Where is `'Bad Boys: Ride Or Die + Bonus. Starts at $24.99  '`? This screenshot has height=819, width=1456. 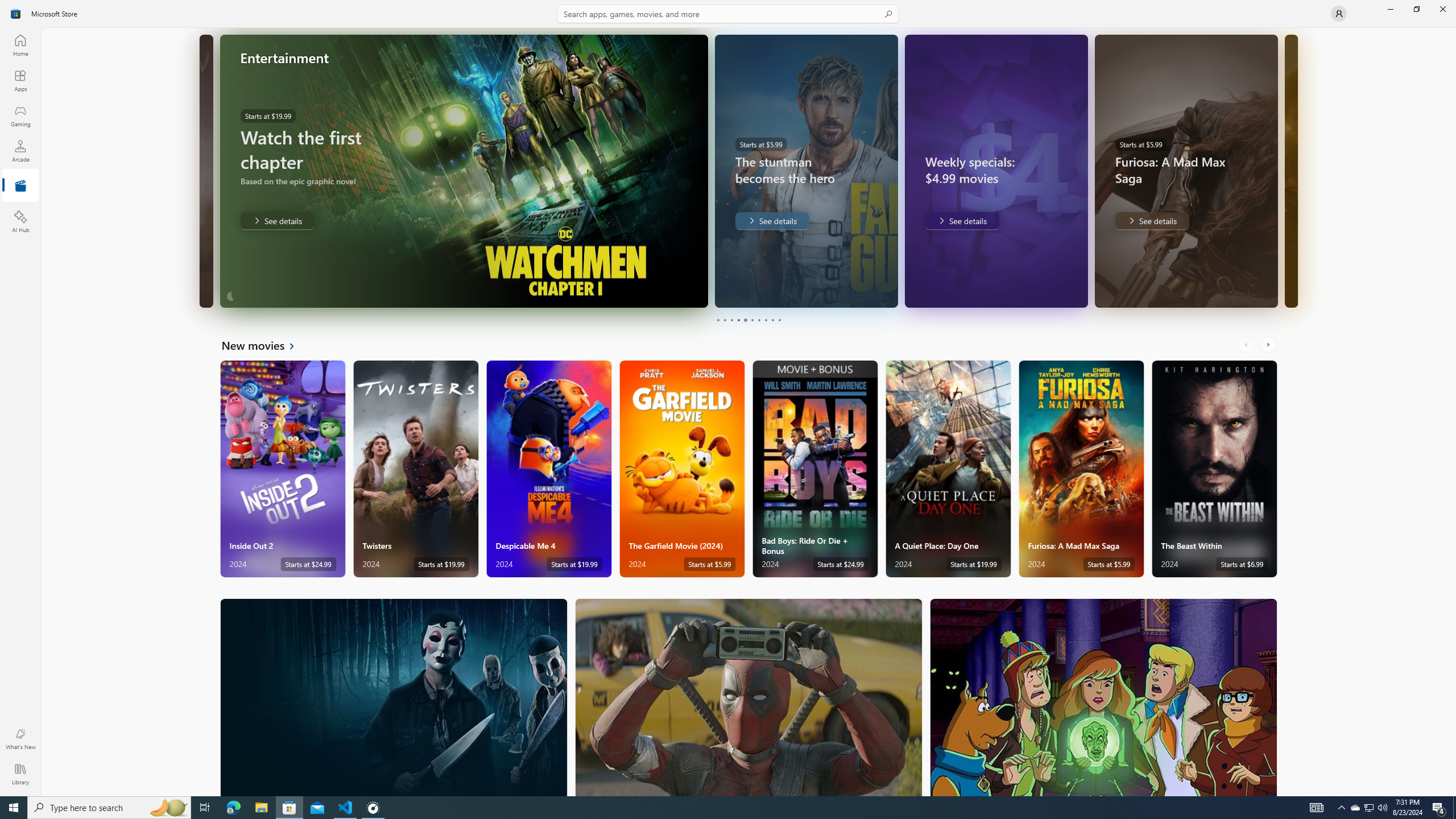 'Bad Boys: Ride Or Die + Bonus. Starts at $24.99  ' is located at coordinates (814, 469).